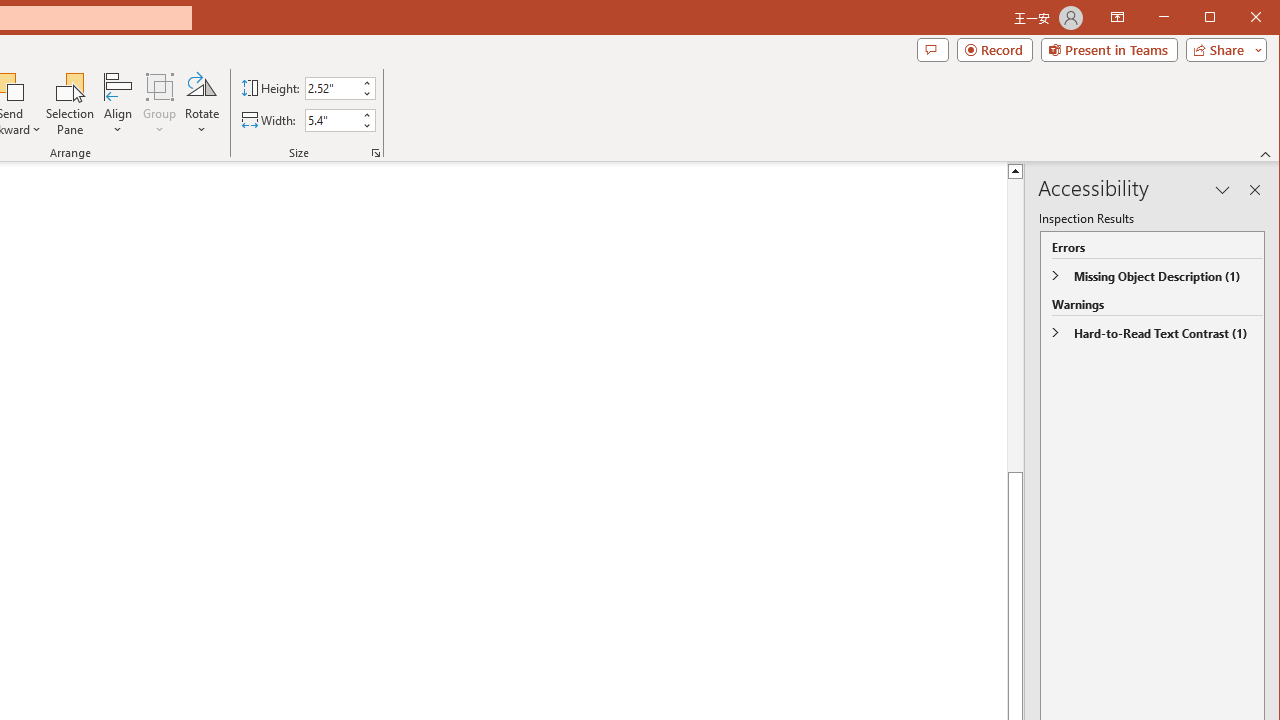 The image size is (1280, 720). Describe the element at coordinates (1238, 19) in the screenshot. I see `'Maximize'` at that location.